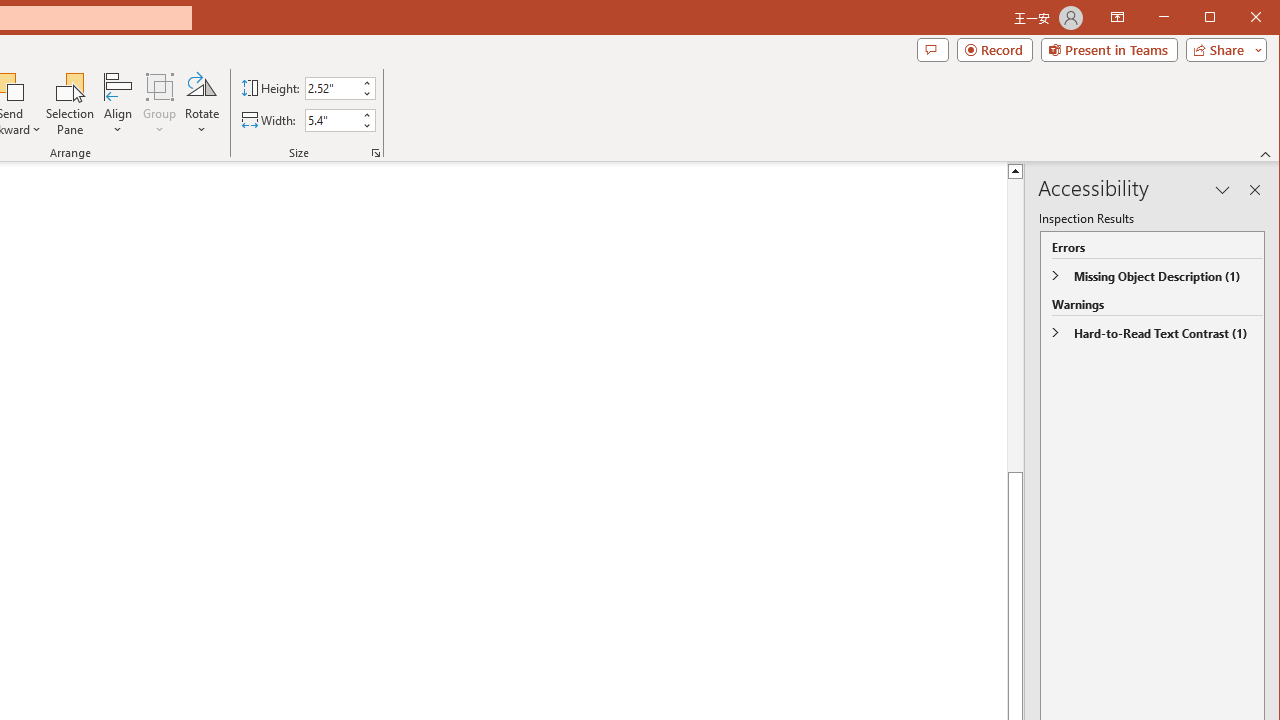 The image size is (1280, 720). Describe the element at coordinates (1238, 19) in the screenshot. I see `'Maximize'` at that location.